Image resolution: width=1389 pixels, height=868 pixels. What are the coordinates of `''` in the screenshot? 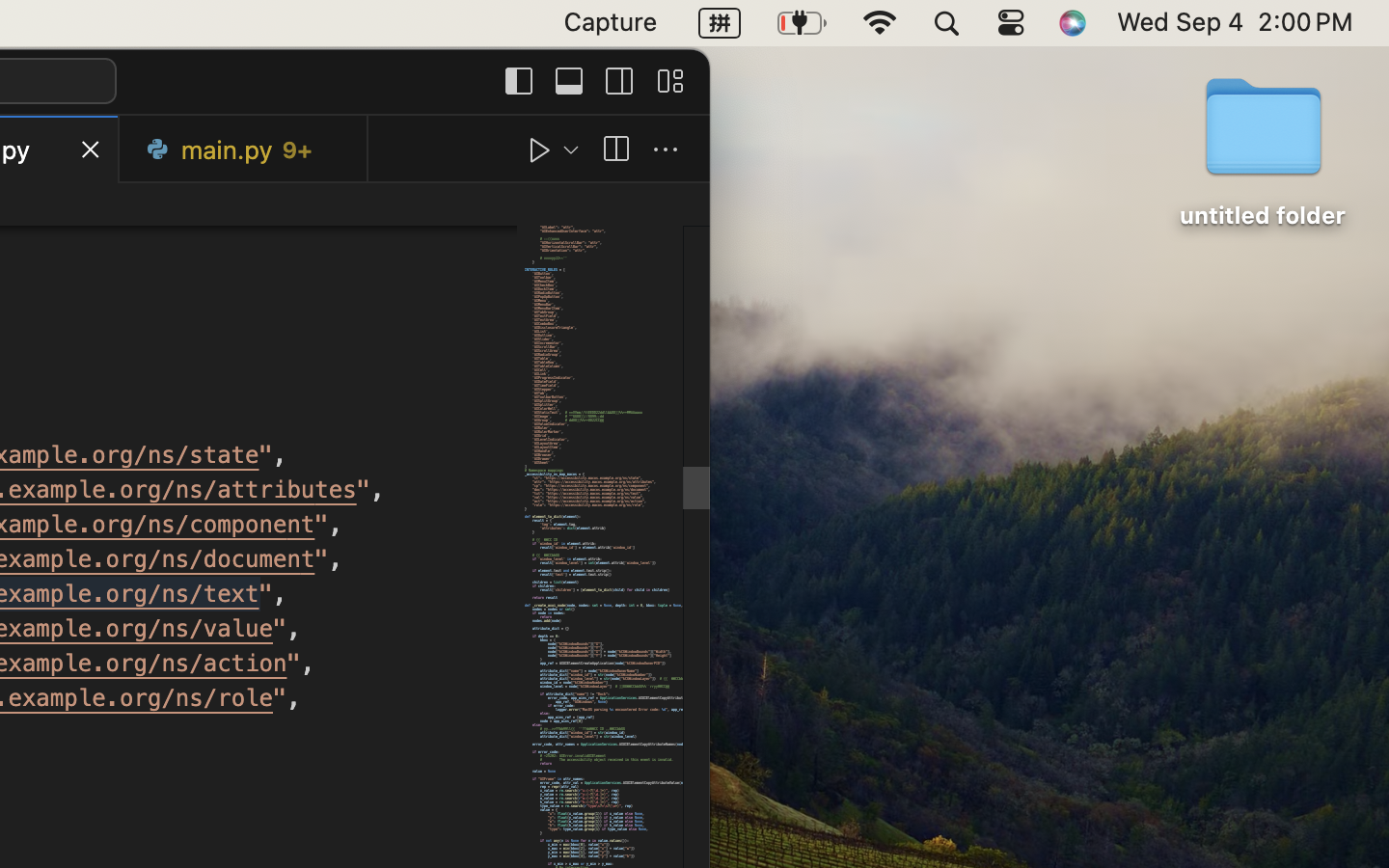 It's located at (568, 79).